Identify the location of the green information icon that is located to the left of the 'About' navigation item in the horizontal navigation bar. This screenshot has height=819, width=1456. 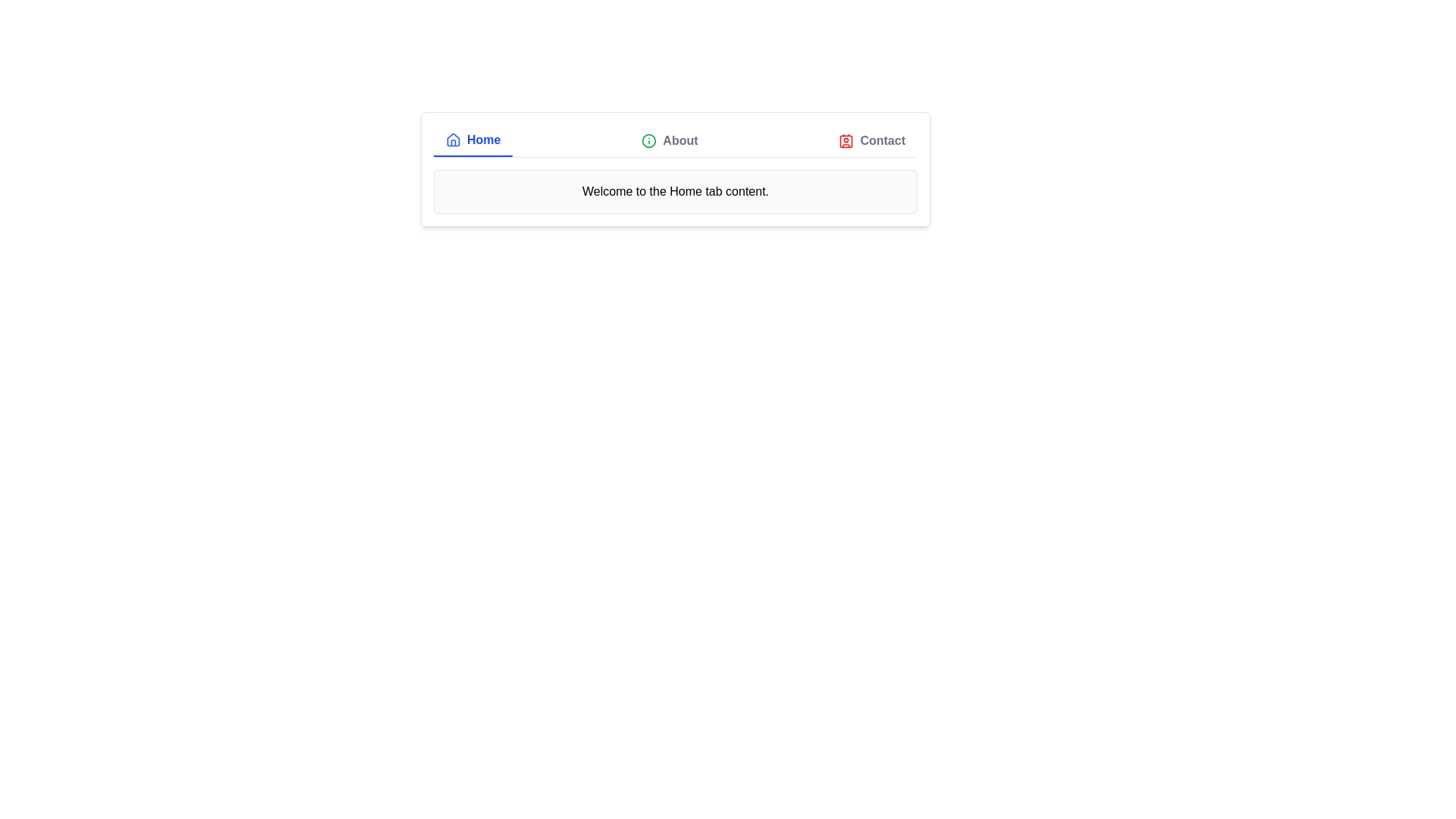
(649, 140).